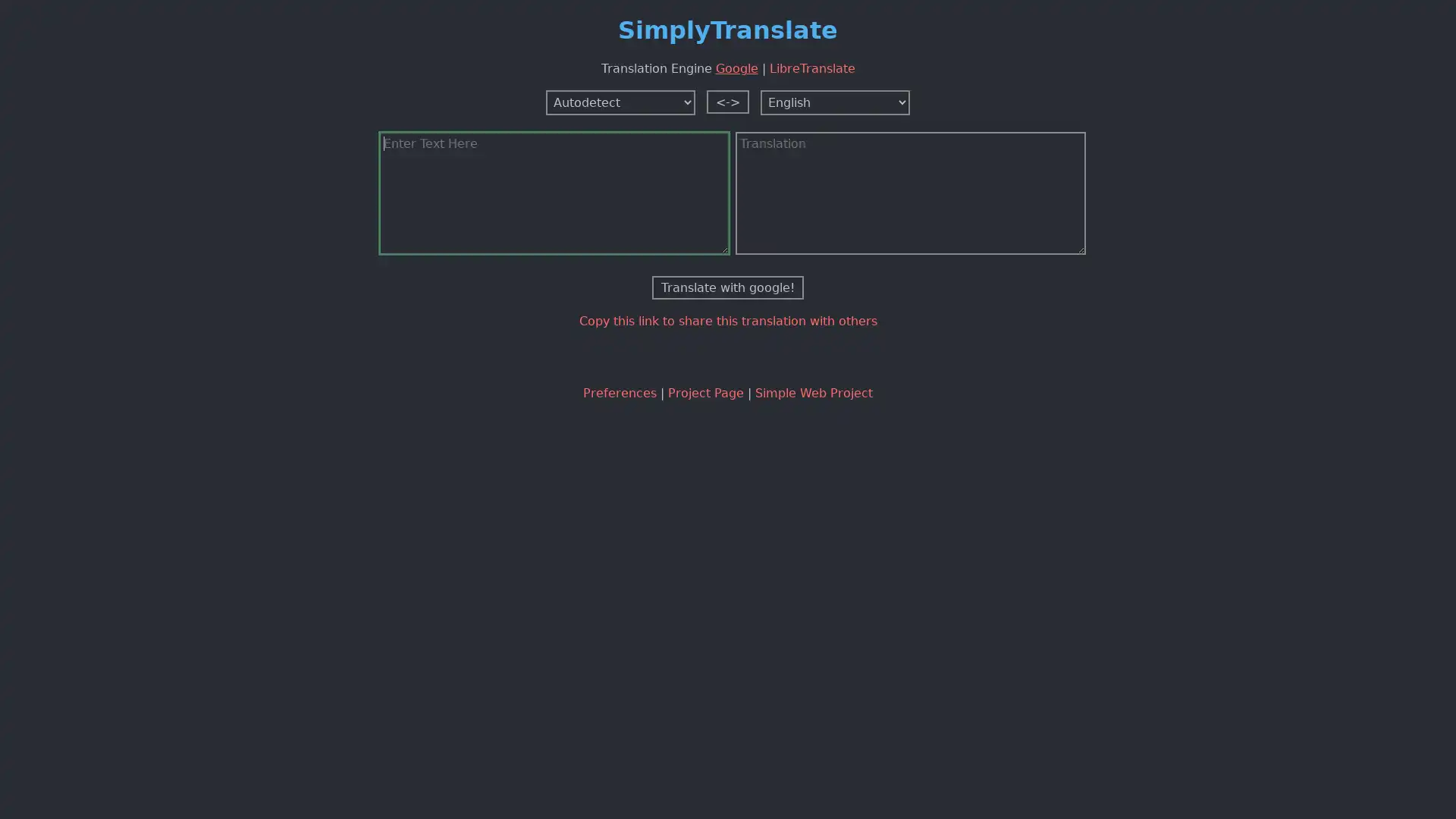  Describe the element at coordinates (728, 287) in the screenshot. I see `Translate with google!` at that location.